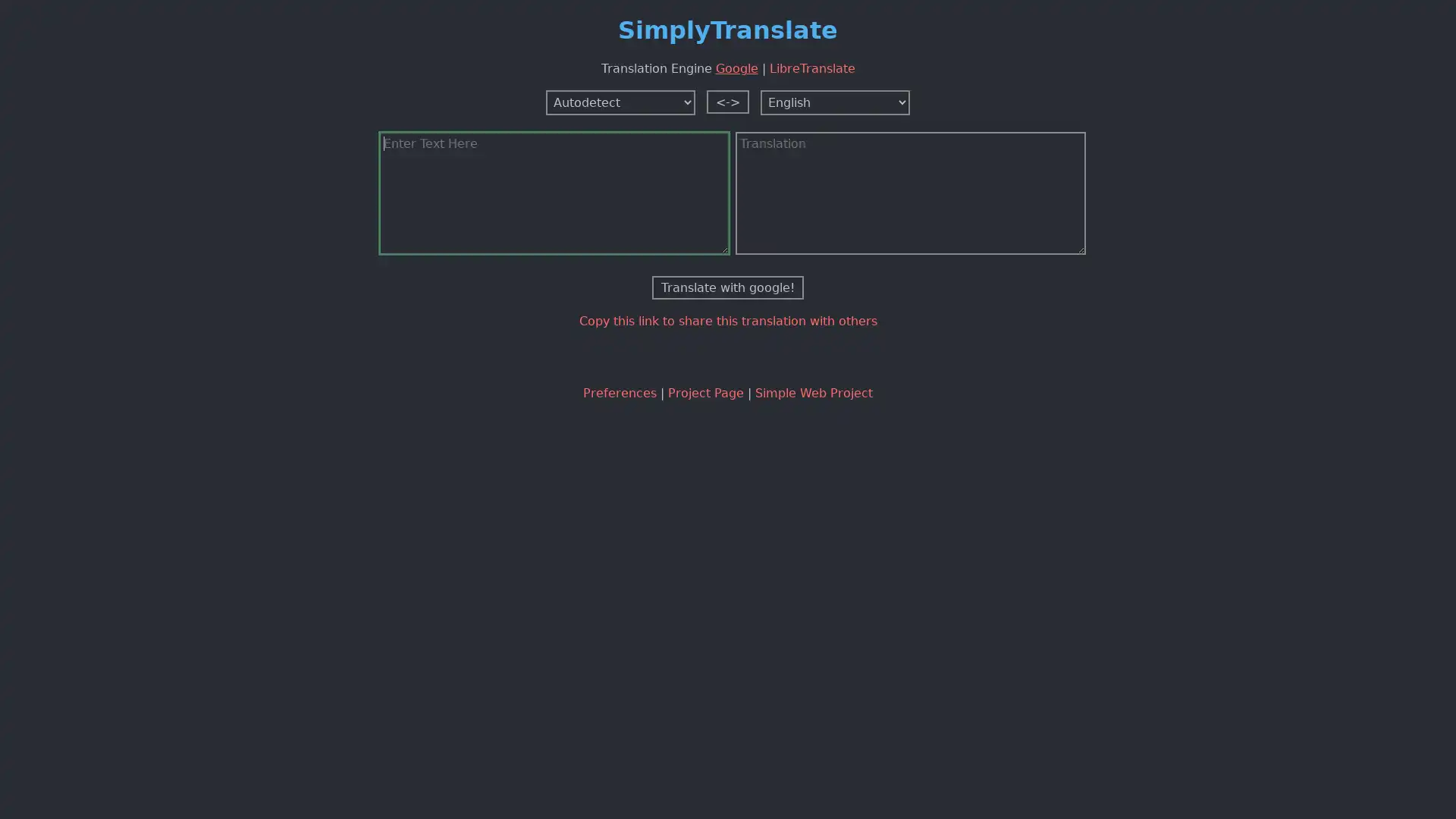  Describe the element at coordinates (728, 287) in the screenshot. I see `Translate with google!` at that location.